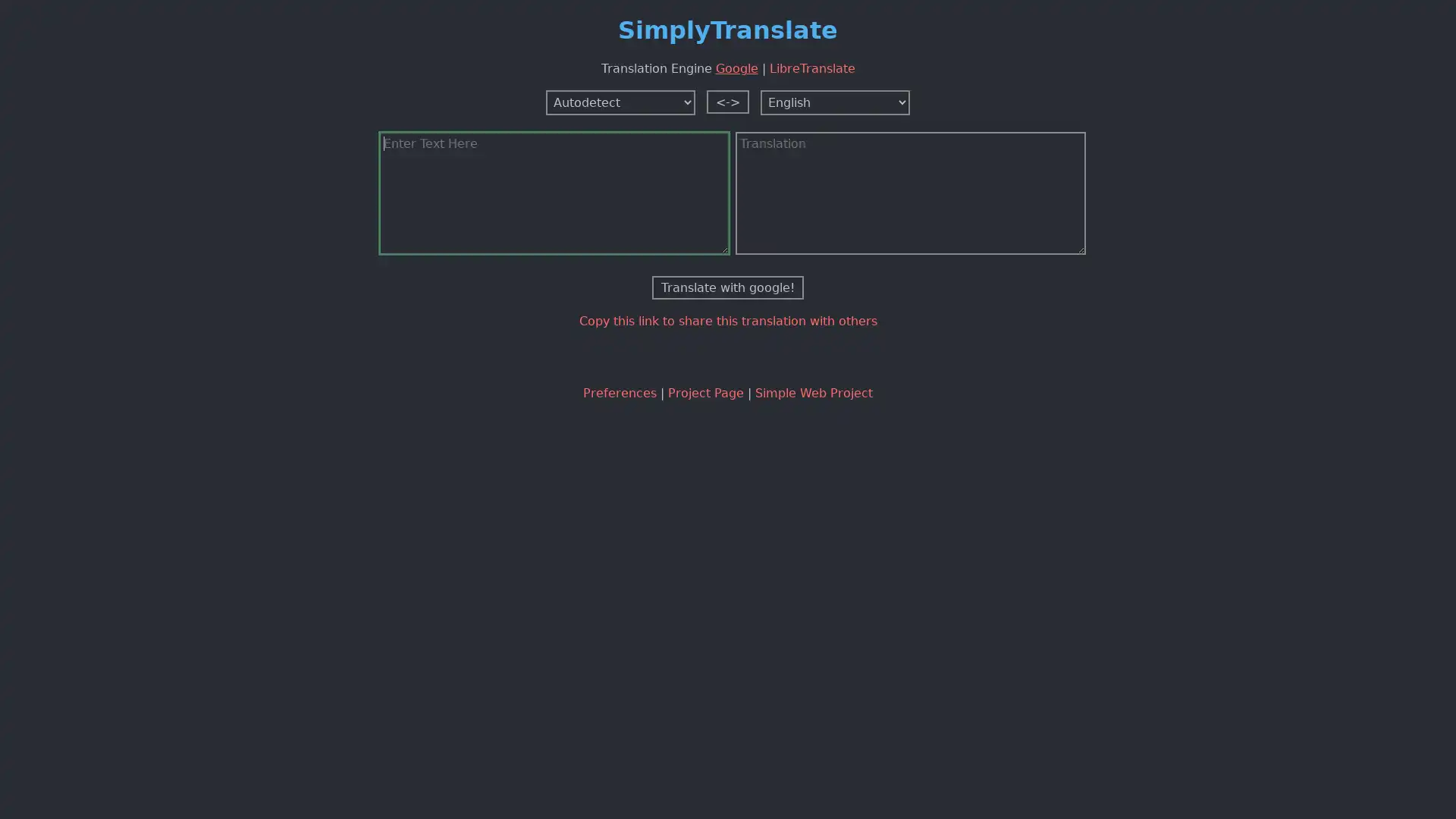  Describe the element at coordinates (728, 287) in the screenshot. I see `Translate with google!` at that location.